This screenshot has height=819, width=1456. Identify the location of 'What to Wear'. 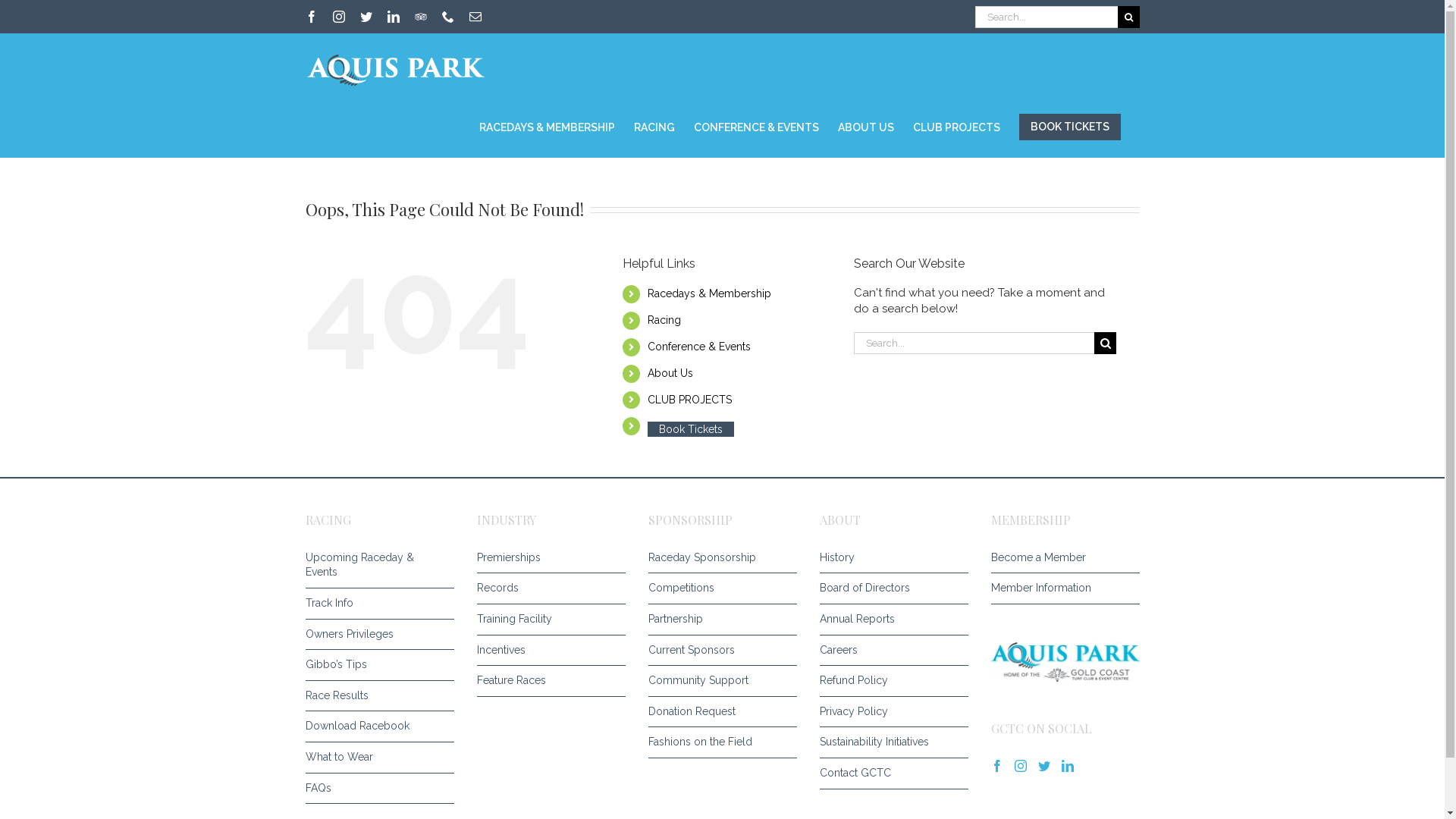
(304, 758).